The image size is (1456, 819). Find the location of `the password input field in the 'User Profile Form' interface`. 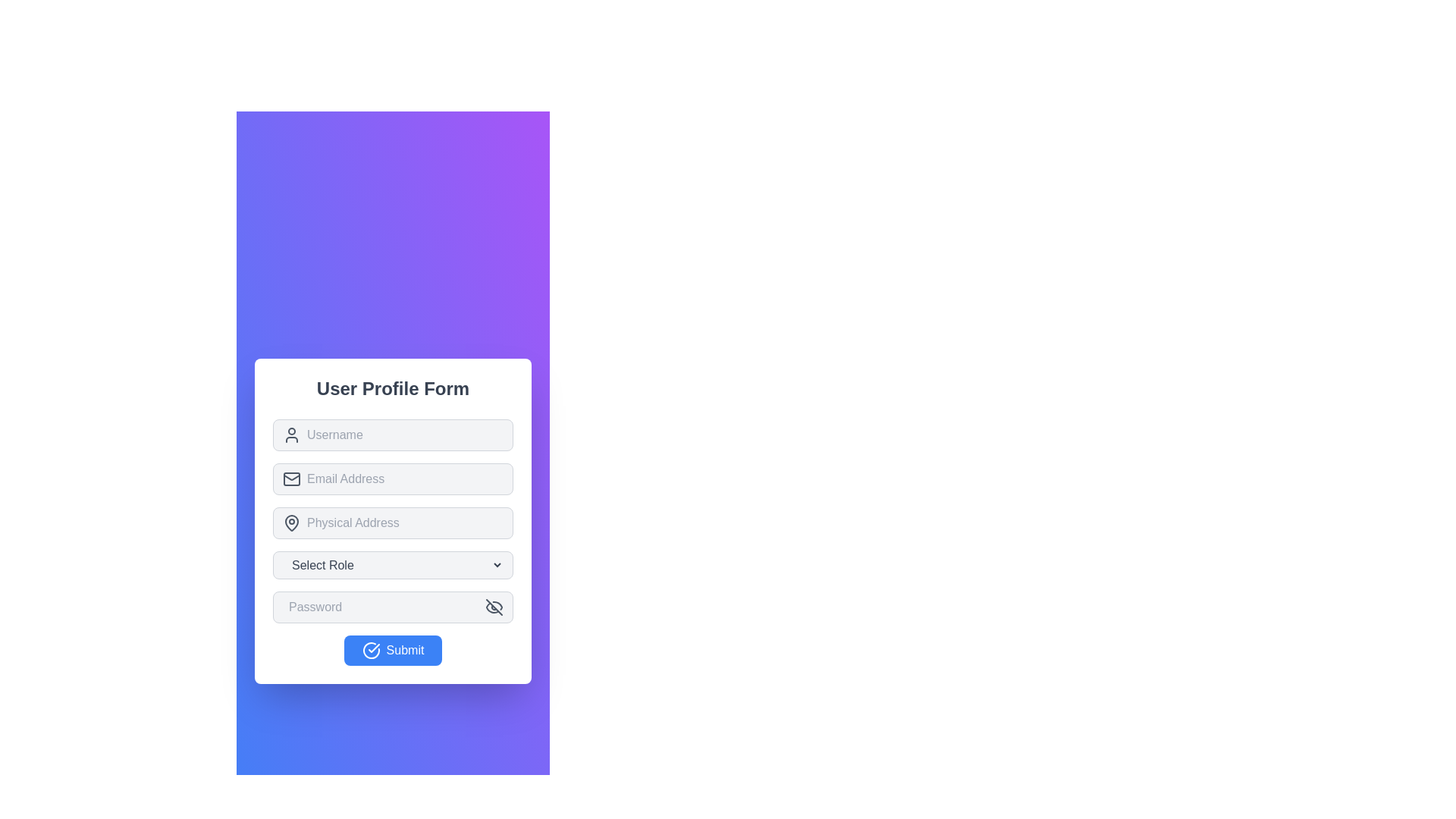

the password input field in the 'User Profile Form' interface is located at coordinates (384, 606).